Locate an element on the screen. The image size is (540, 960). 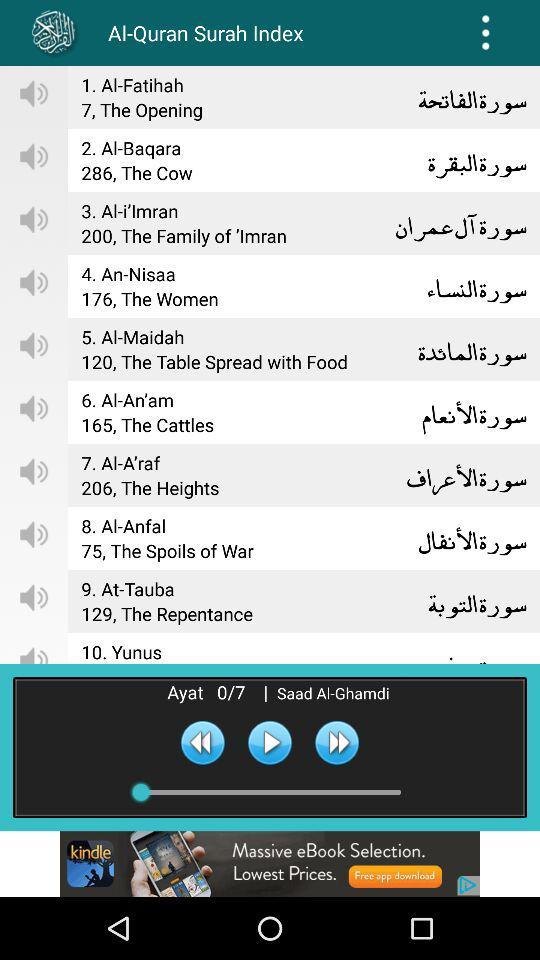
track is located at coordinates (270, 741).